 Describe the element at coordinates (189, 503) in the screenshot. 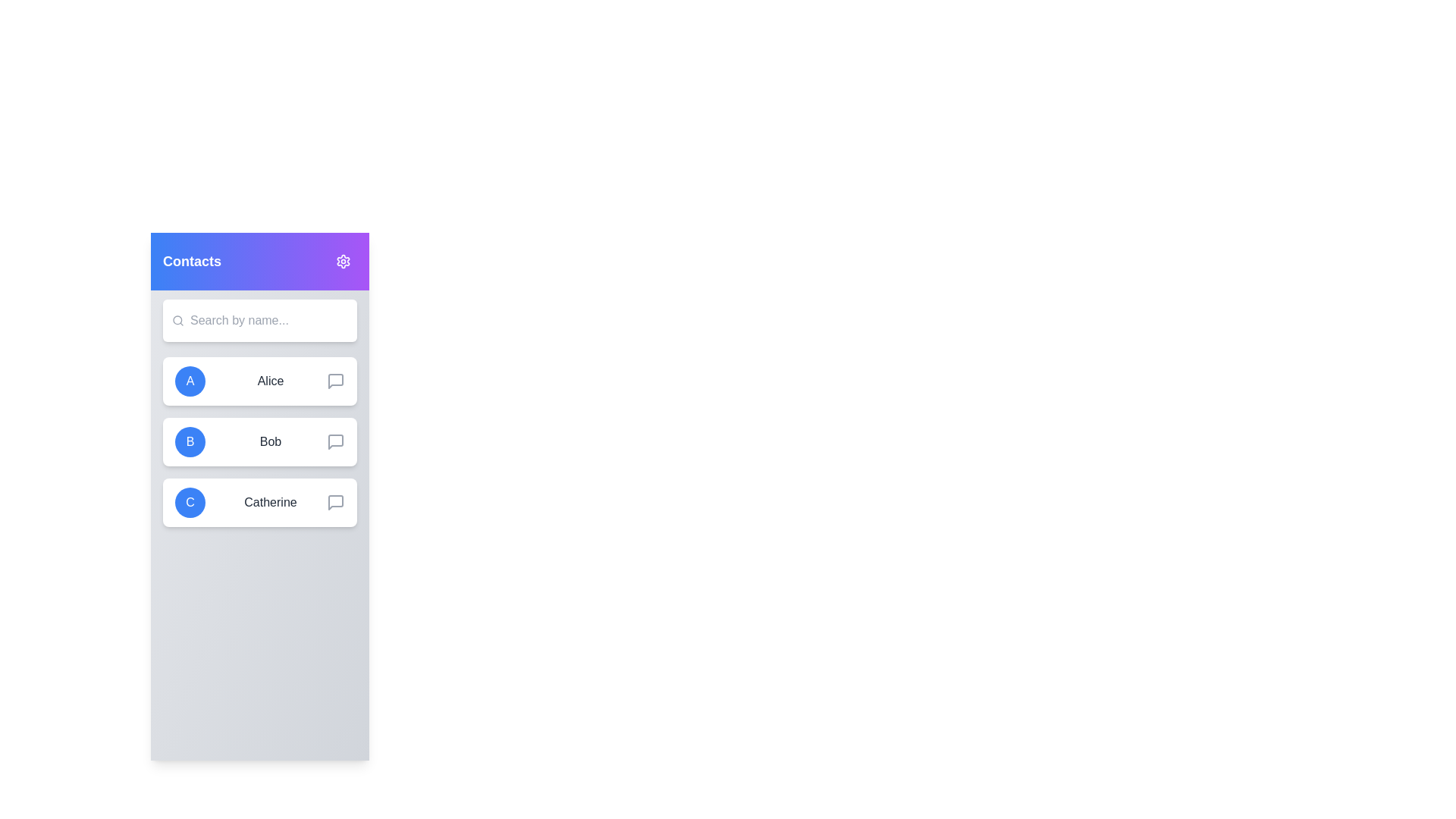

I see `the avatar of Catherine` at that location.